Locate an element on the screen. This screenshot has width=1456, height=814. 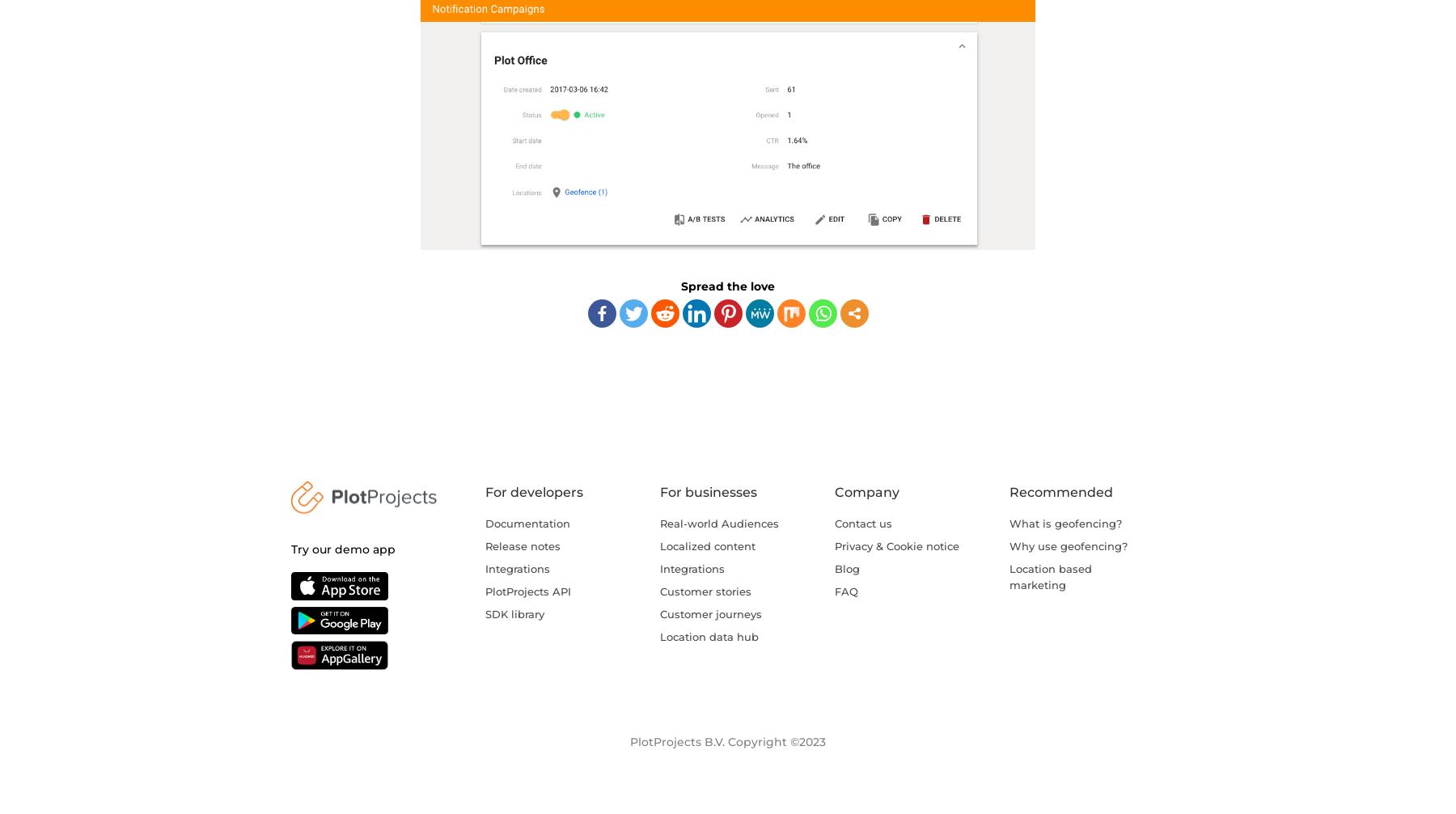
'SDK library' is located at coordinates (514, 613).